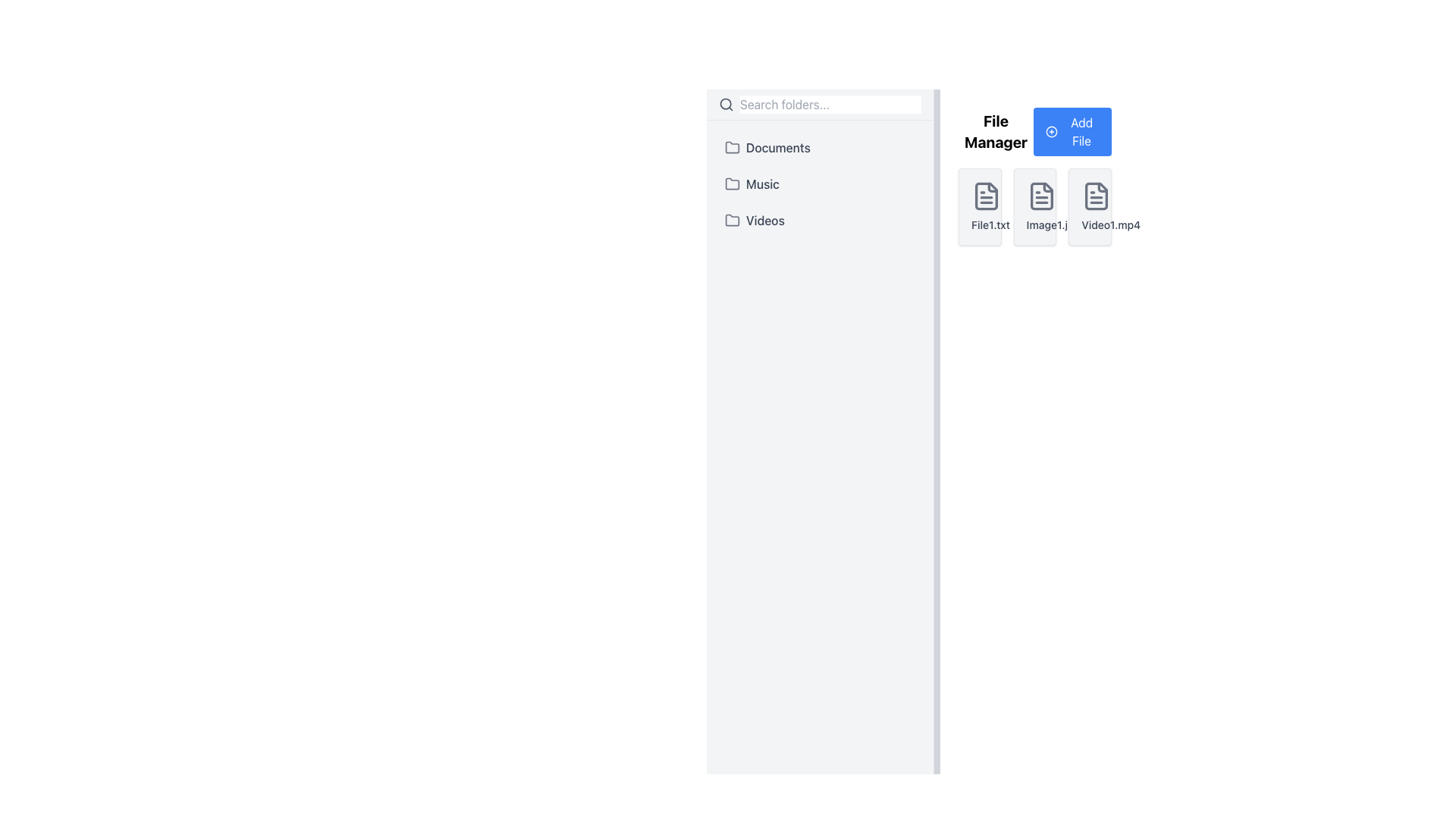 This screenshot has width=1456, height=819. Describe the element at coordinates (1040, 195) in the screenshot. I see `the main body of the file icon represented by a rectangular shape with rounded corners, located in the second position among three file icons` at that location.